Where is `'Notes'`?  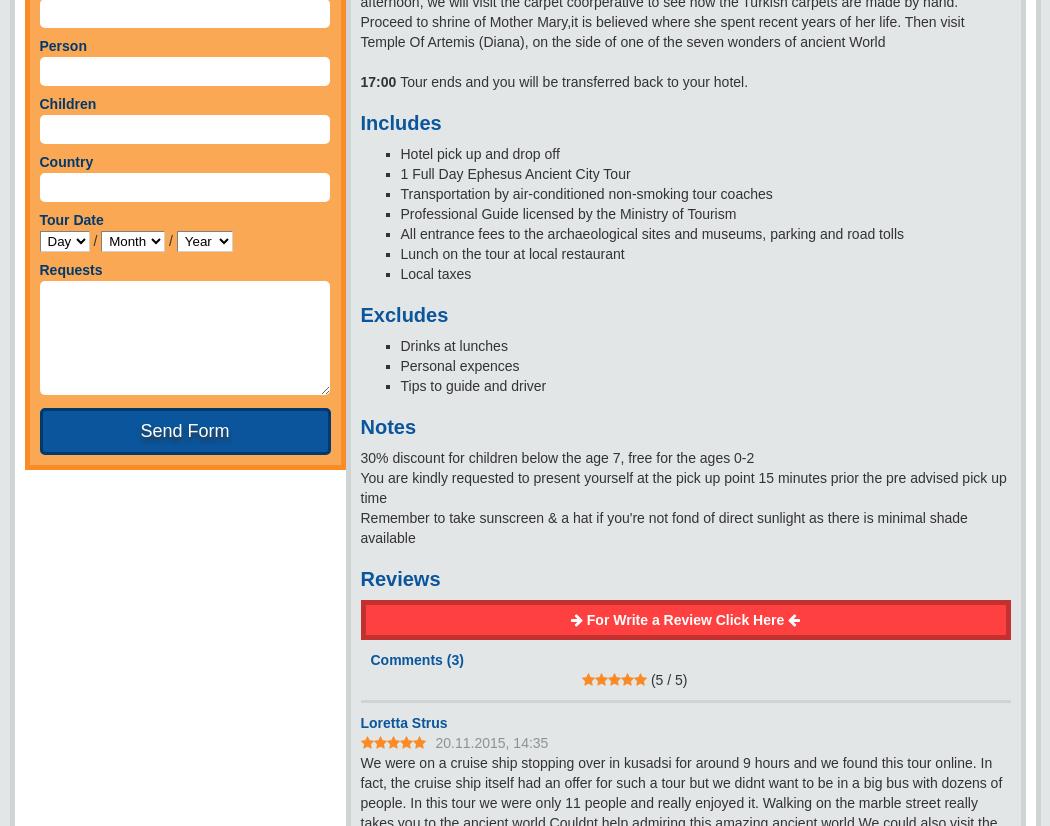
'Notes' is located at coordinates (387, 426).